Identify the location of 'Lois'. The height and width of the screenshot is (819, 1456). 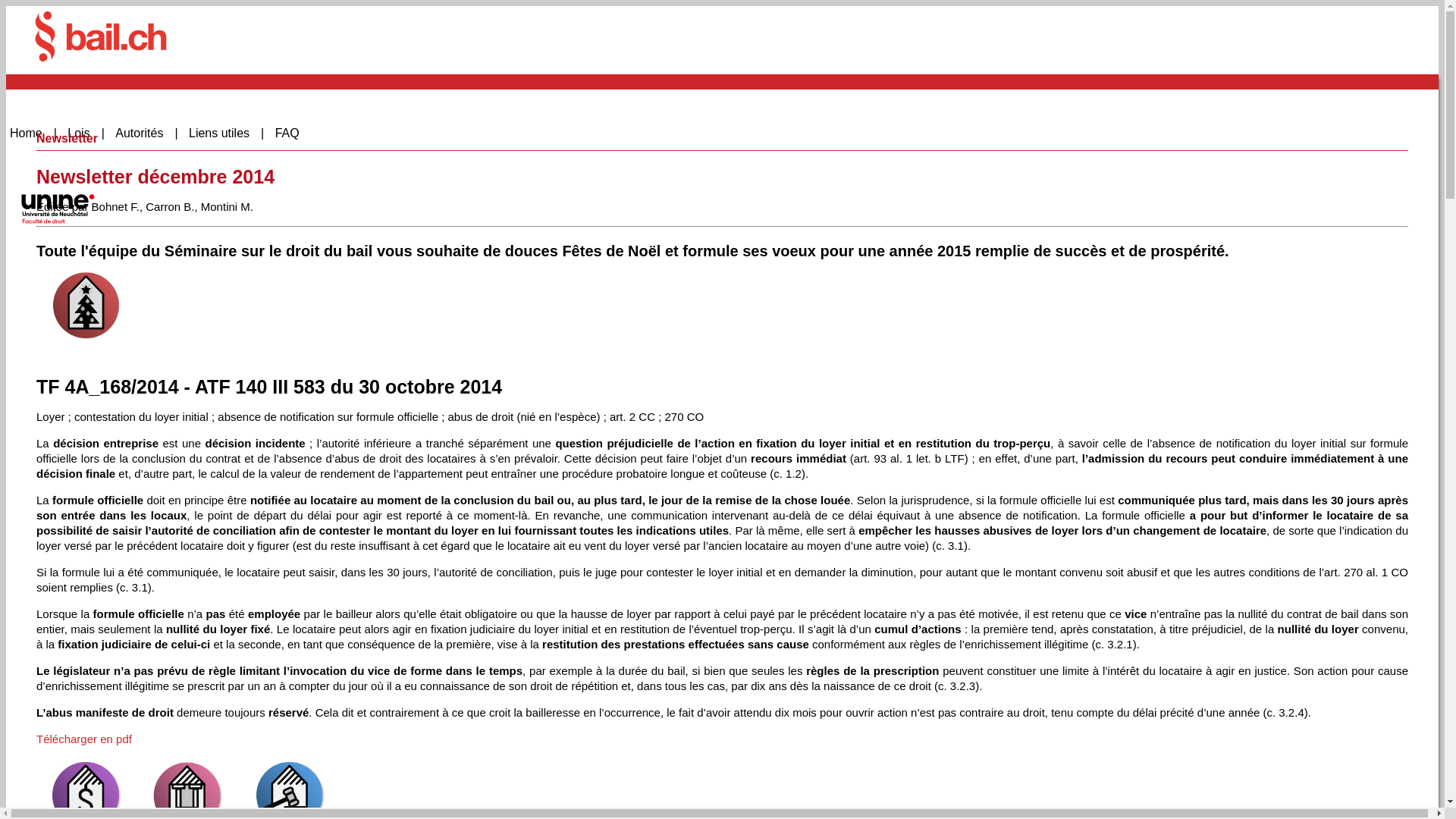
(85, 133).